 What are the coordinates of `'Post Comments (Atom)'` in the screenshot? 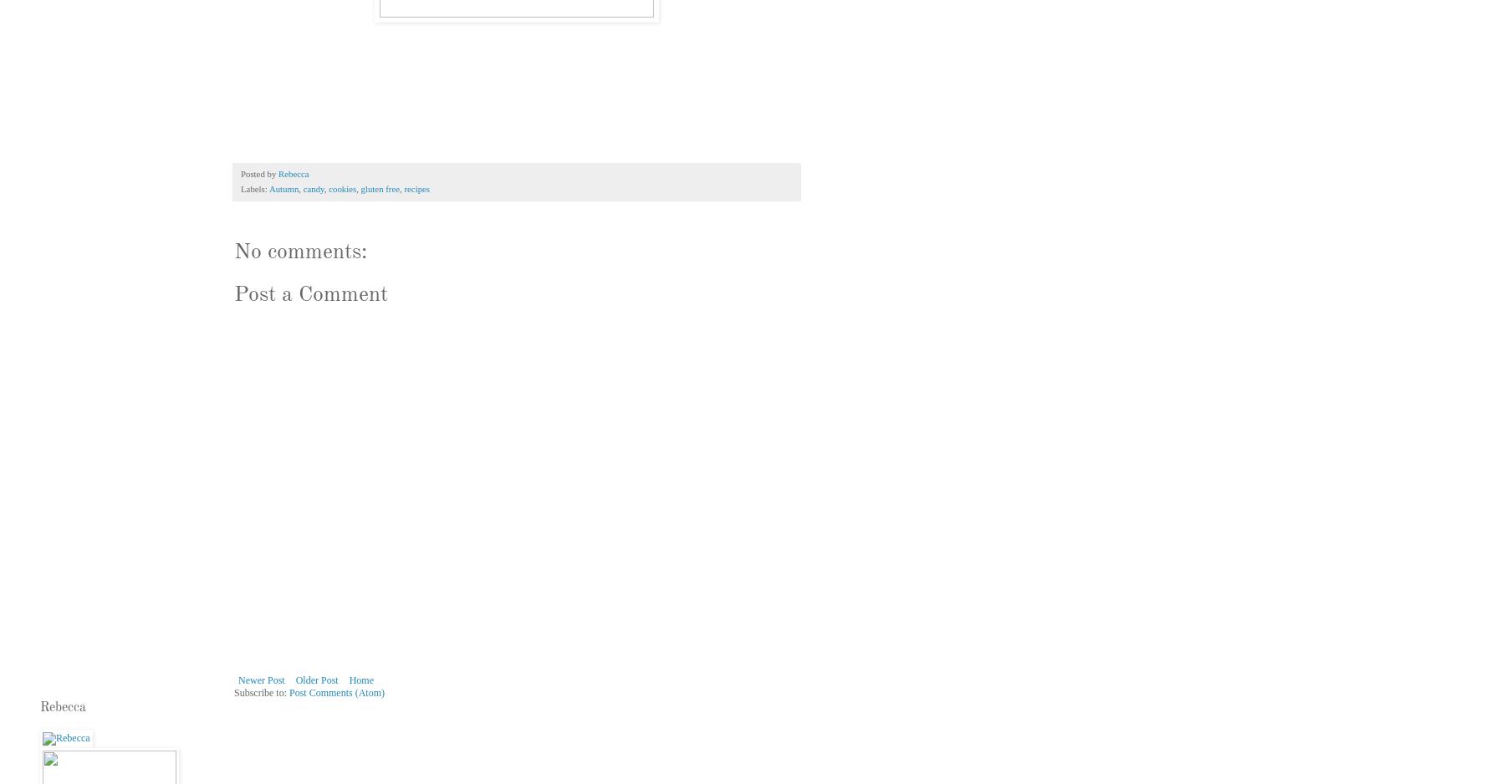 It's located at (336, 693).